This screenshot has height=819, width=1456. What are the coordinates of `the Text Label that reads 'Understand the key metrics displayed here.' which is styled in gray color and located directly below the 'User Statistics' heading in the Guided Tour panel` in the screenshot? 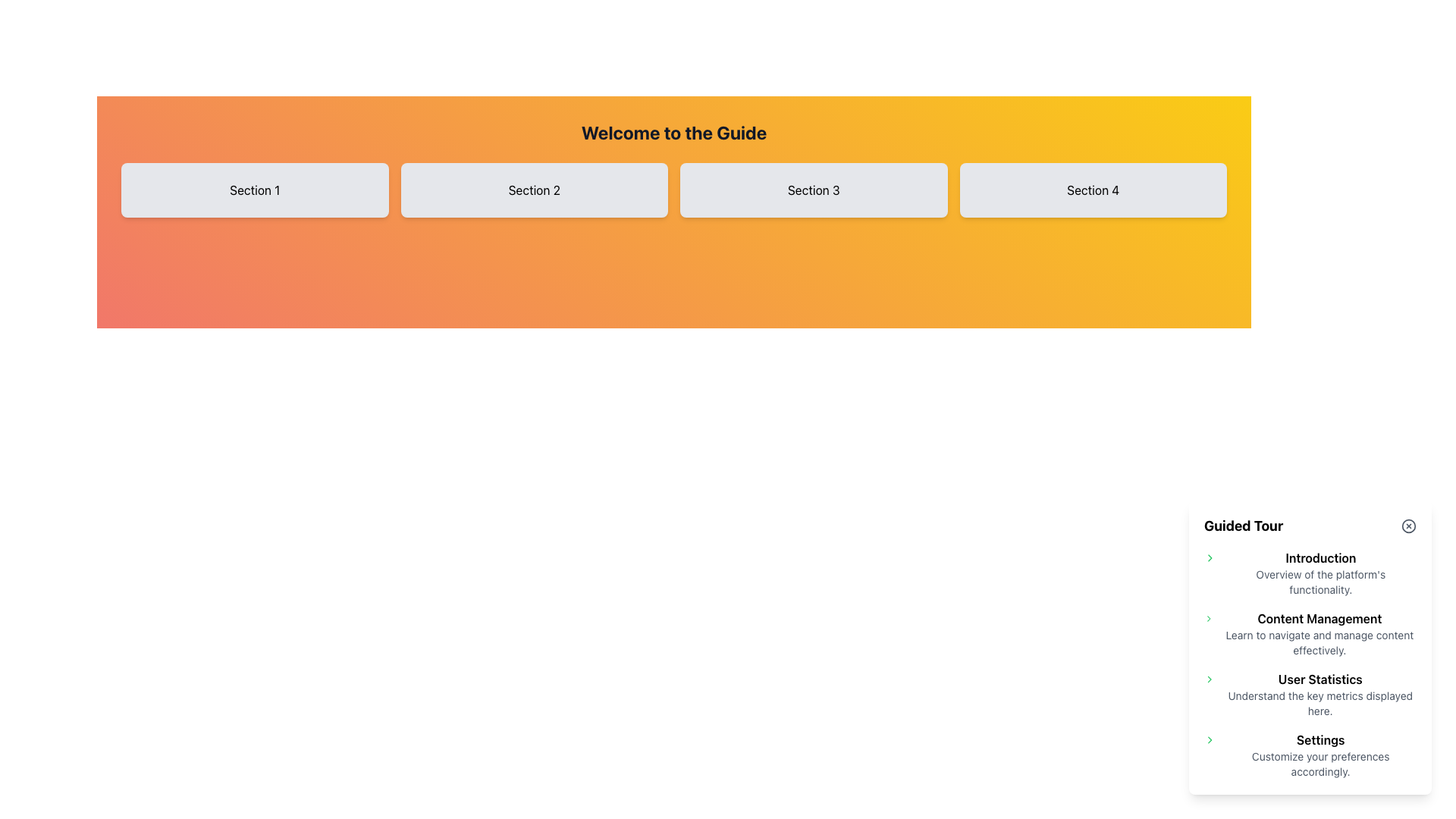 It's located at (1319, 704).